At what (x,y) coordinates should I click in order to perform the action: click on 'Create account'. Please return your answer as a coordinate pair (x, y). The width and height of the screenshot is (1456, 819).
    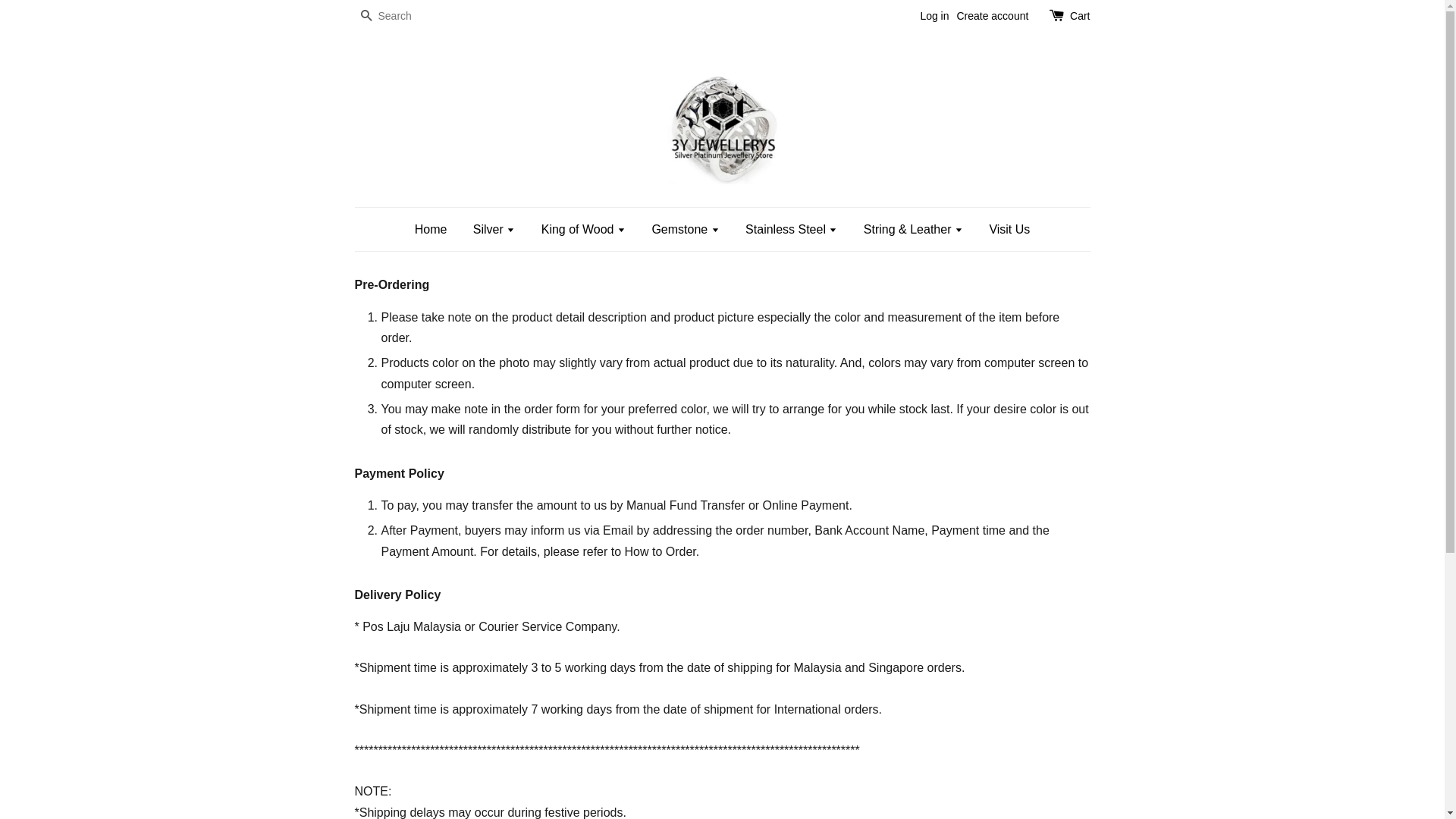
    Looking at the image, I should click on (992, 15).